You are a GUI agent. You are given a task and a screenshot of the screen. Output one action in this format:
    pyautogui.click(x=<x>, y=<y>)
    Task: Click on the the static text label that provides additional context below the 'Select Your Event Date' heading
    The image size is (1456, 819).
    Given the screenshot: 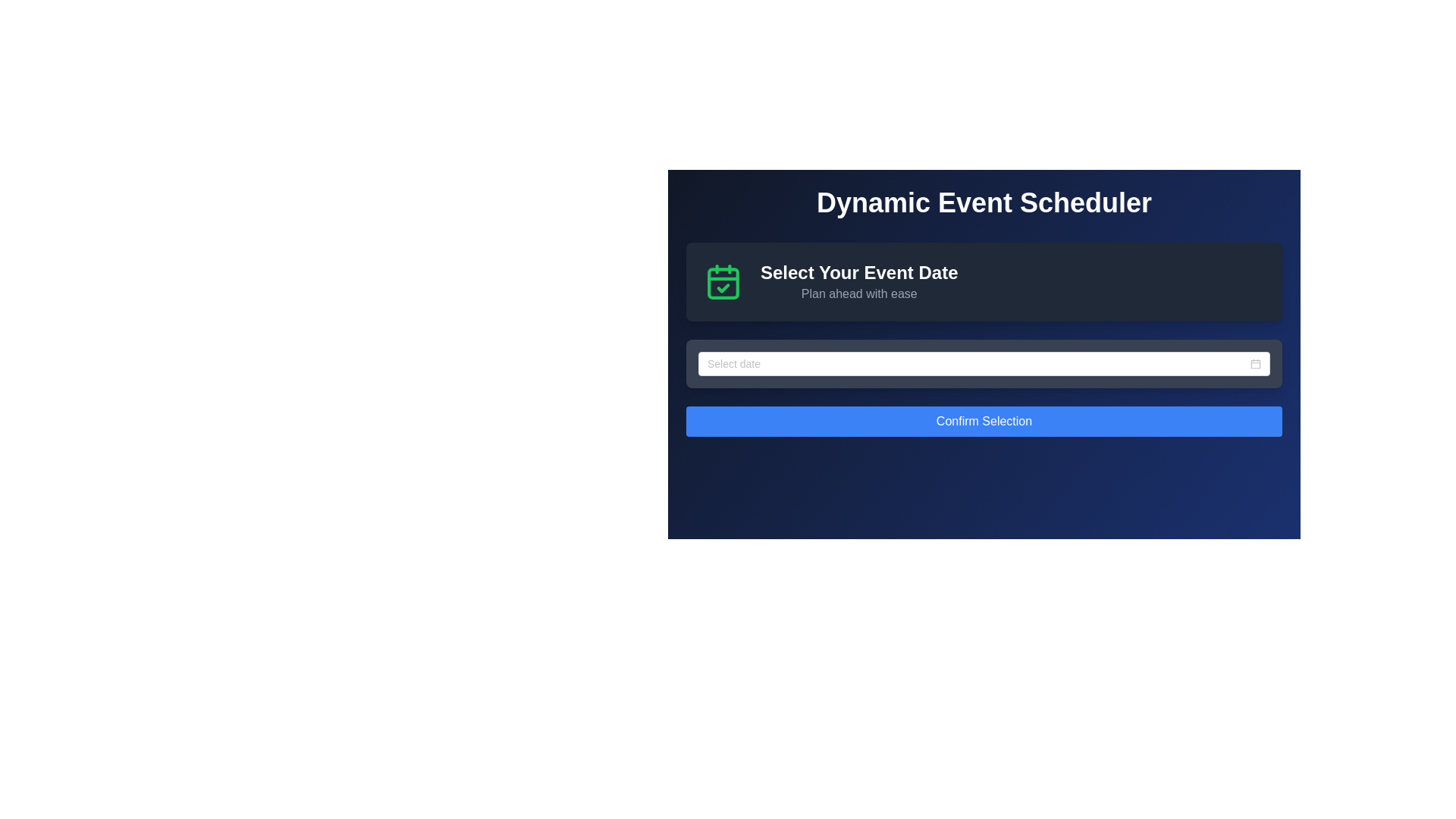 What is the action you would take?
    pyautogui.click(x=859, y=294)
    